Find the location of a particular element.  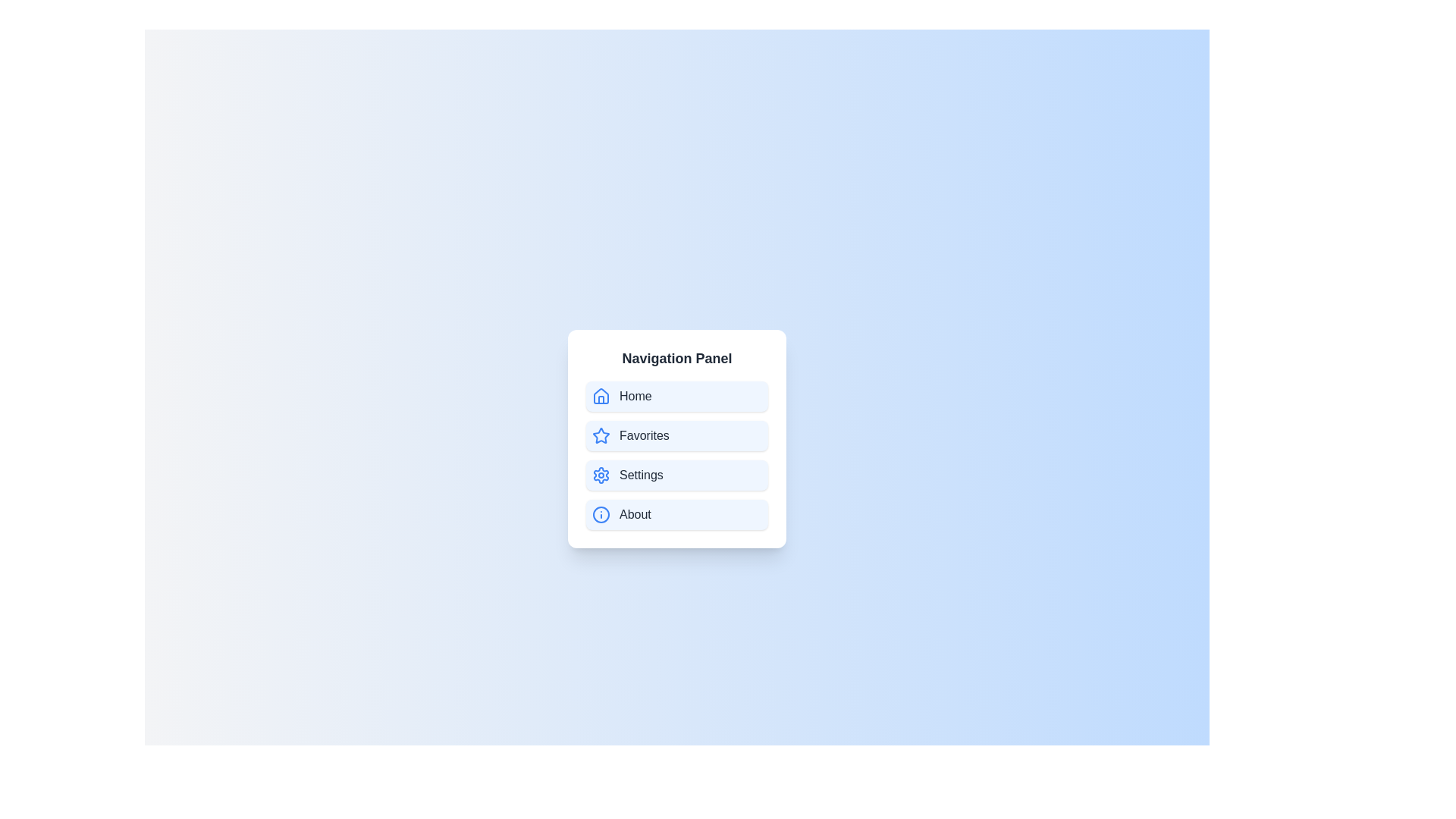

the star icon with a blue outline located is located at coordinates (600, 435).